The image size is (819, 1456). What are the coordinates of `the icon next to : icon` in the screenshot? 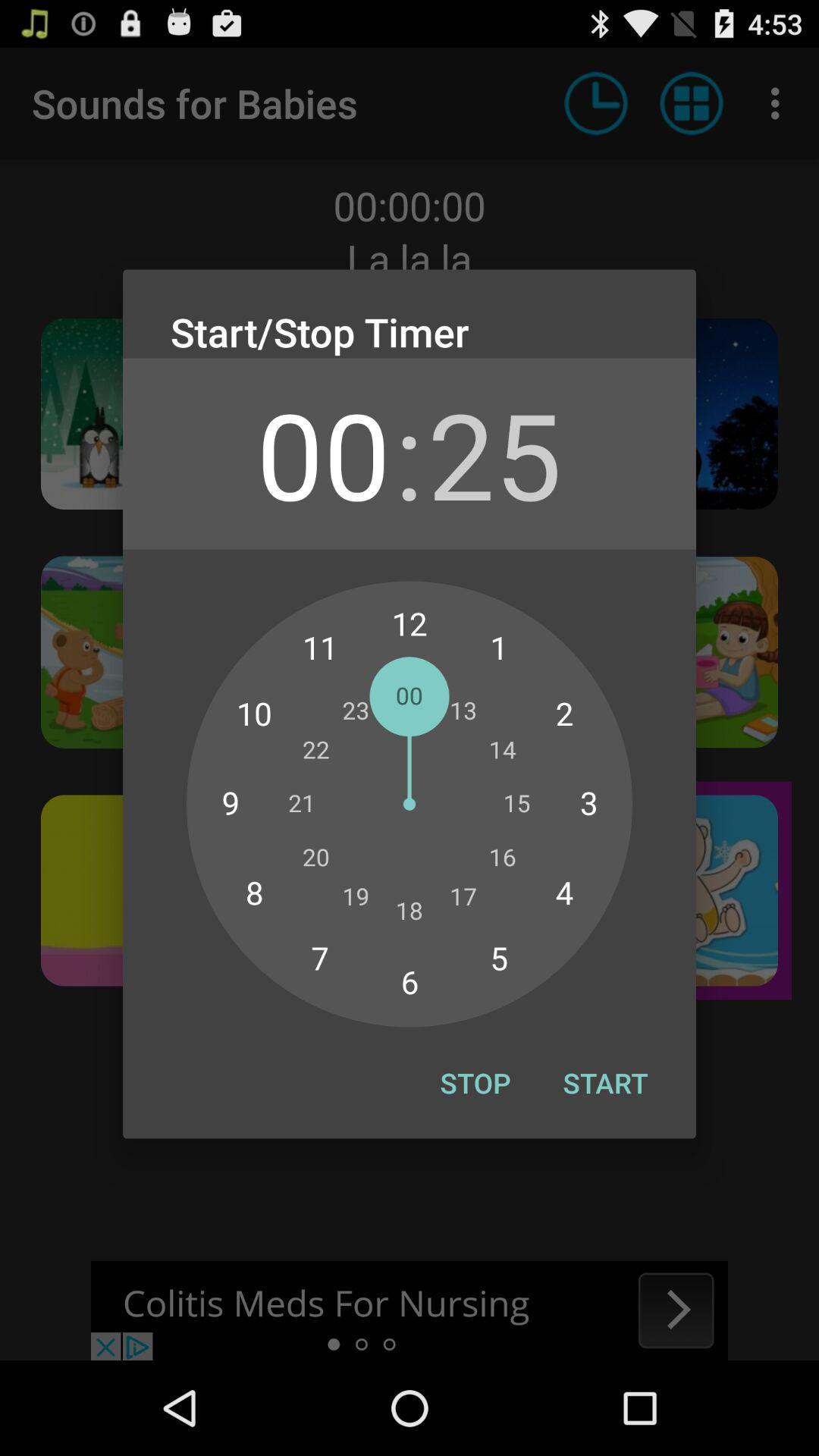 It's located at (494, 453).